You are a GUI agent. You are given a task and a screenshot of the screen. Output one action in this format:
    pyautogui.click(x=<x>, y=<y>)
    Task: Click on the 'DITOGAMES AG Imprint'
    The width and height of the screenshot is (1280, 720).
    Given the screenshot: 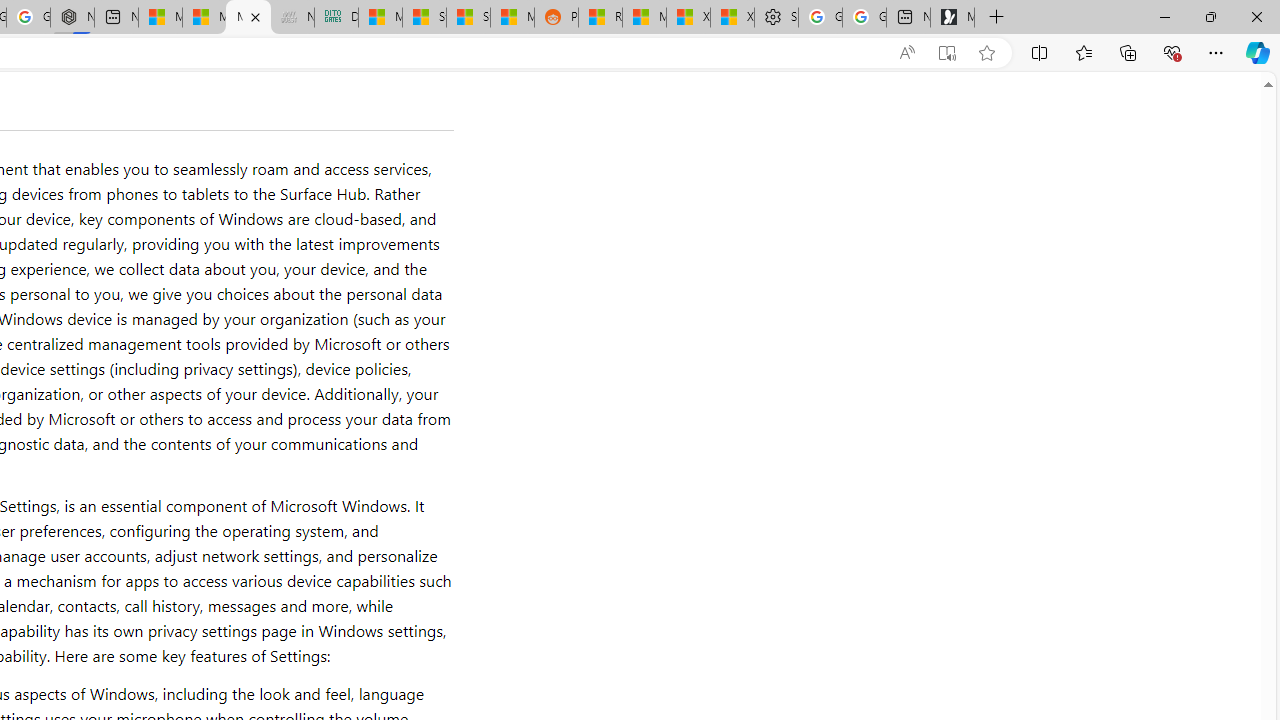 What is the action you would take?
    pyautogui.click(x=336, y=17)
    